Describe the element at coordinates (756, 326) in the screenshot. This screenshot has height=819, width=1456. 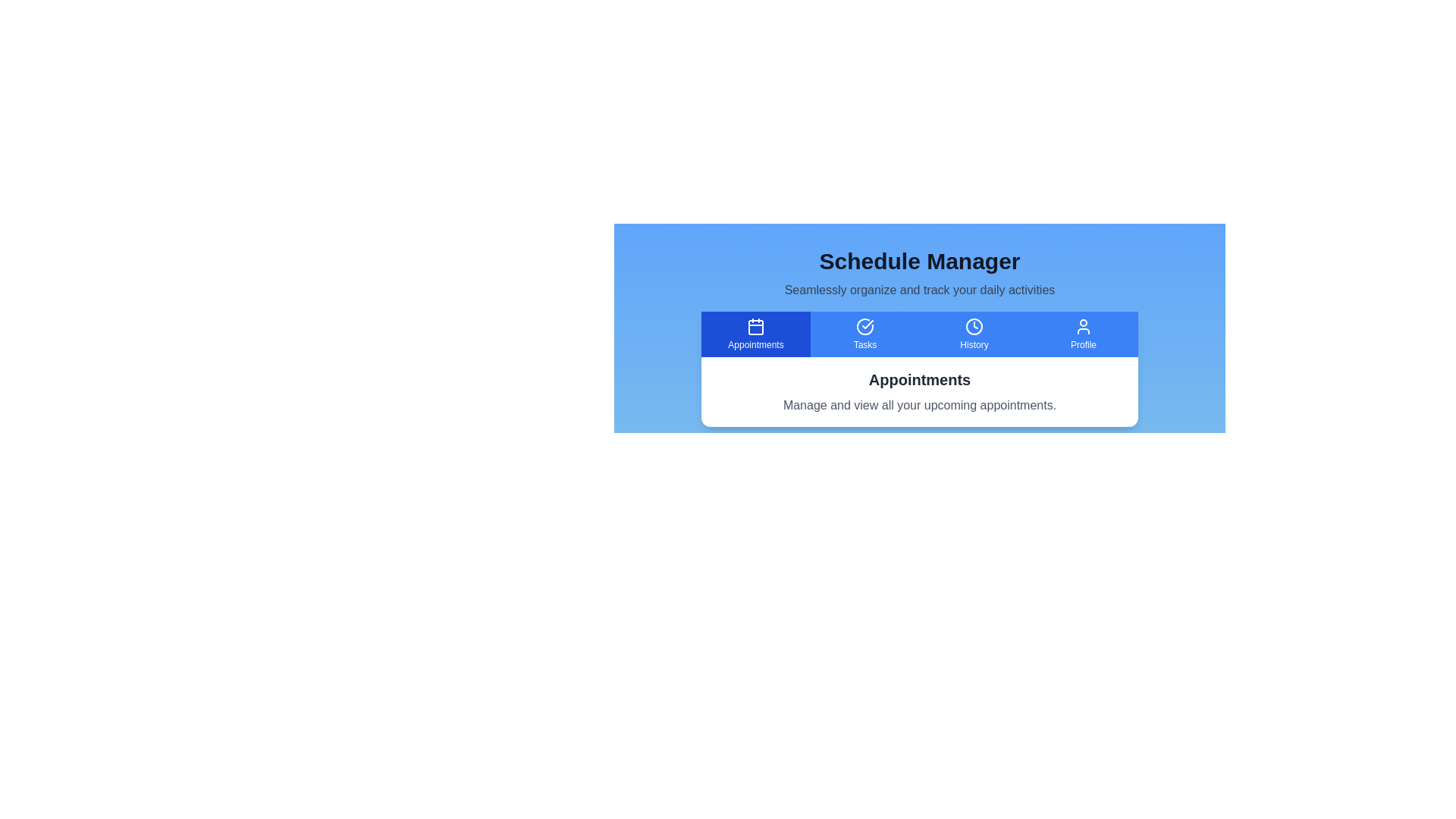
I see `the calendar icon located centrally in the blue rectangle of the 'Appointments' button in the horizontal navigation bar` at that location.